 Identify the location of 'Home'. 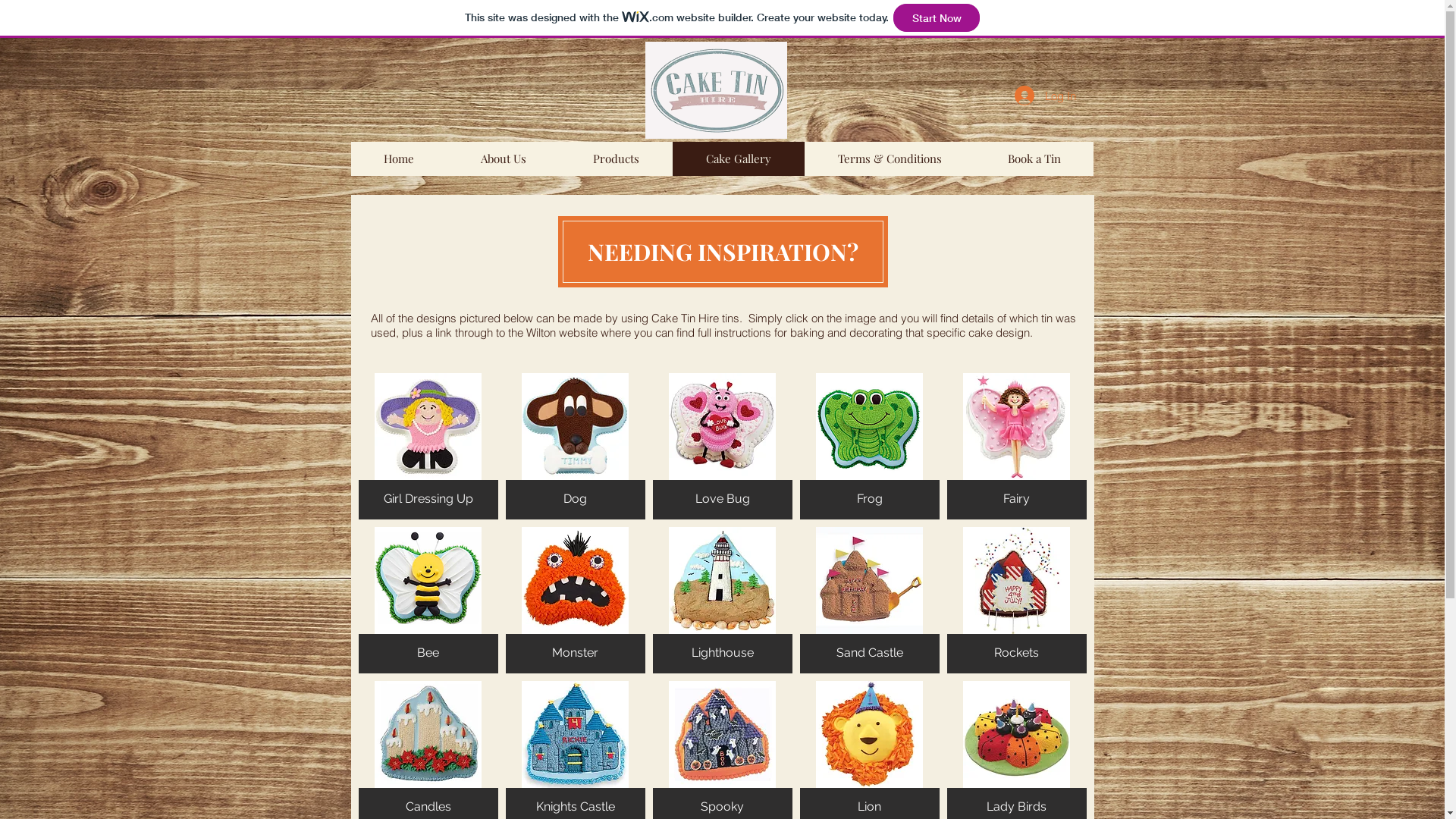
(398, 158).